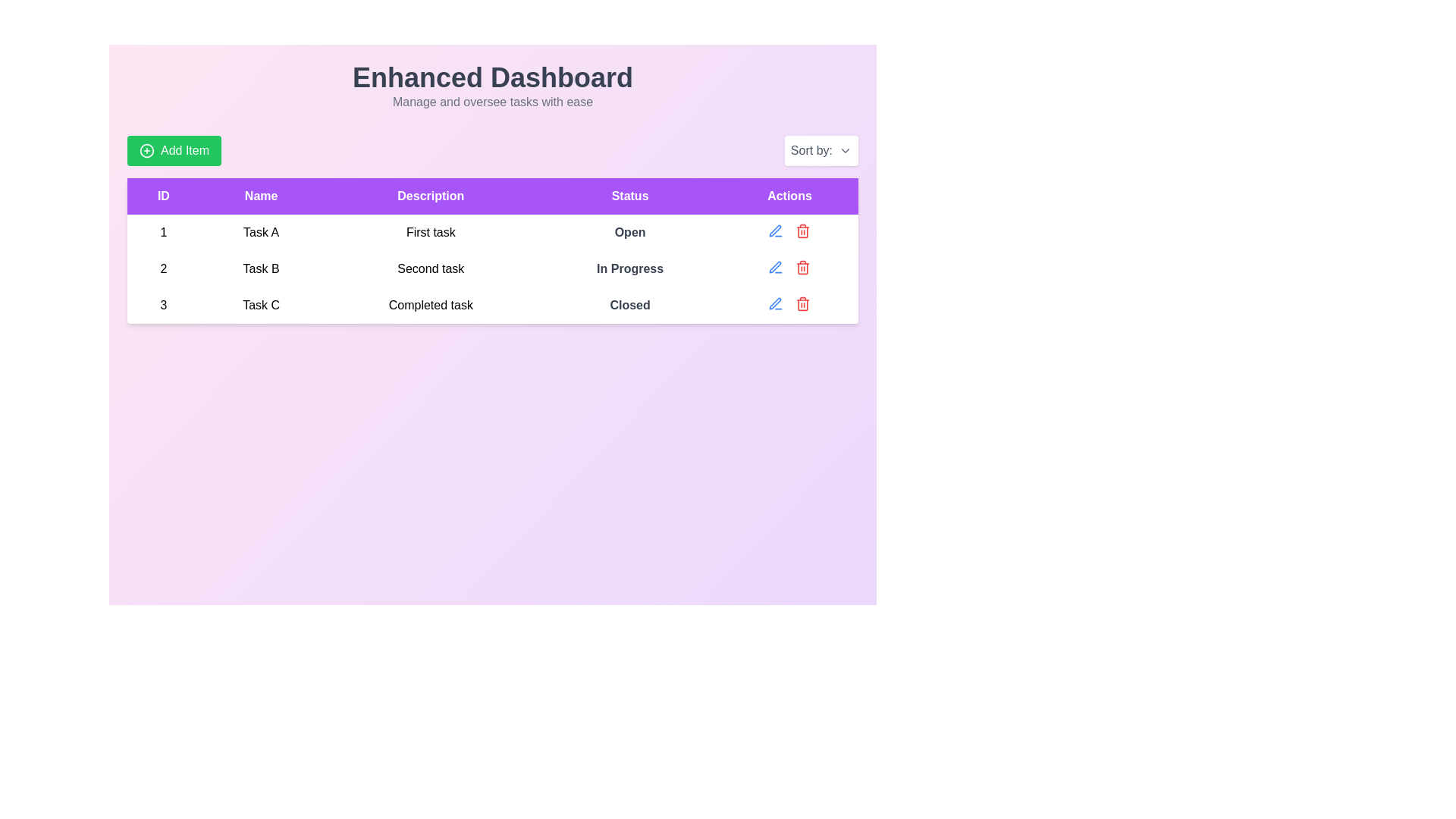 This screenshot has height=819, width=1456. Describe the element at coordinates (174, 151) in the screenshot. I see `the green 'Add Item' button with a circular plus icon` at that location.